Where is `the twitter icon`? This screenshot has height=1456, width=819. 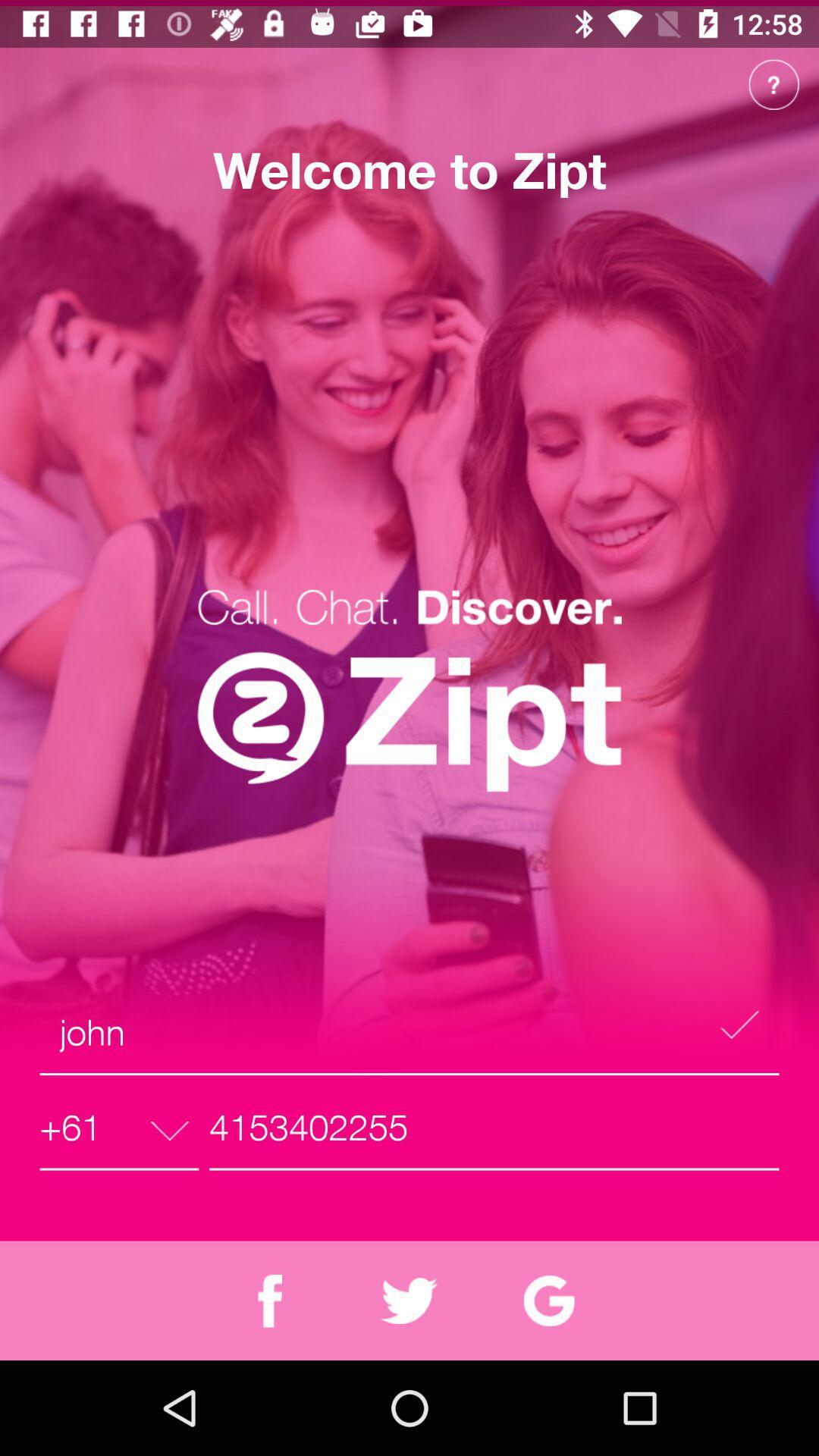 the twitter icon is located at coordinates (409, 1300).